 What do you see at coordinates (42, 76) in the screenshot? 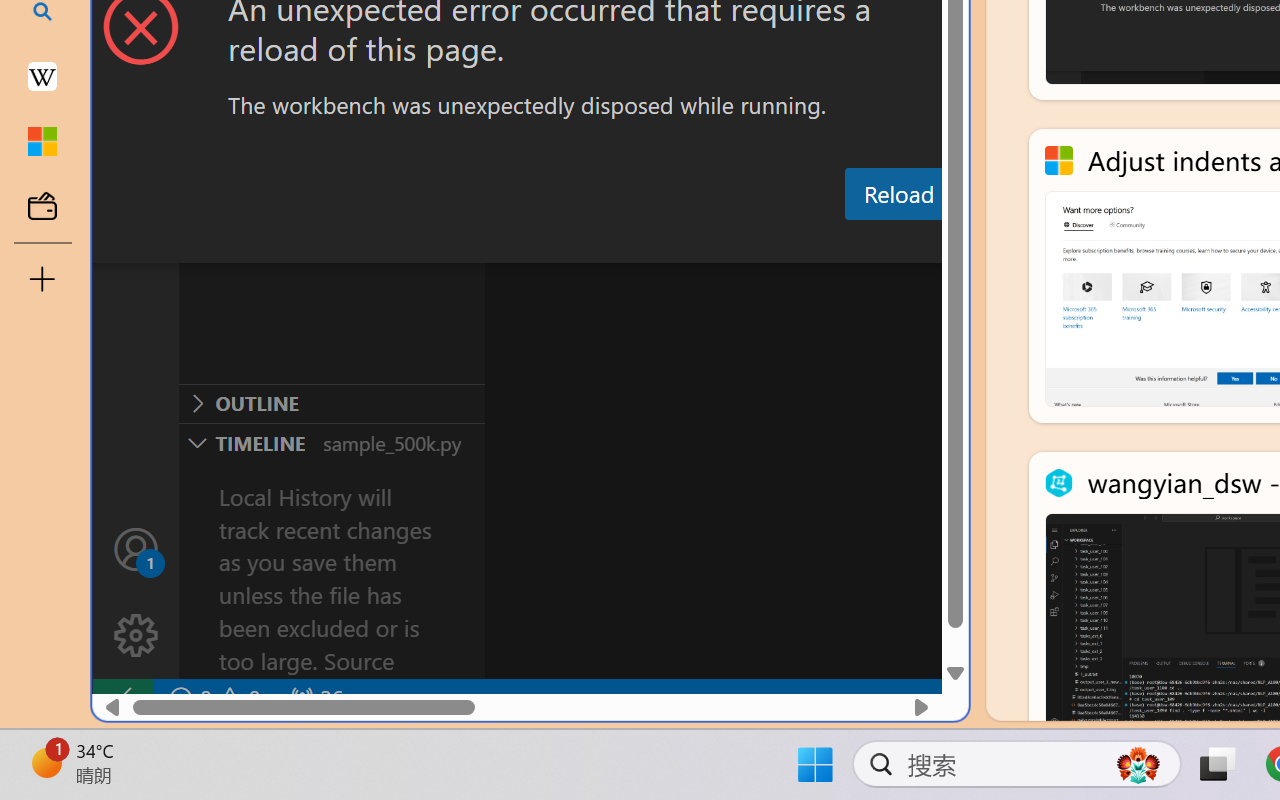
I see `'Earth - Wikipedia'` at bounding box center [42, 76].